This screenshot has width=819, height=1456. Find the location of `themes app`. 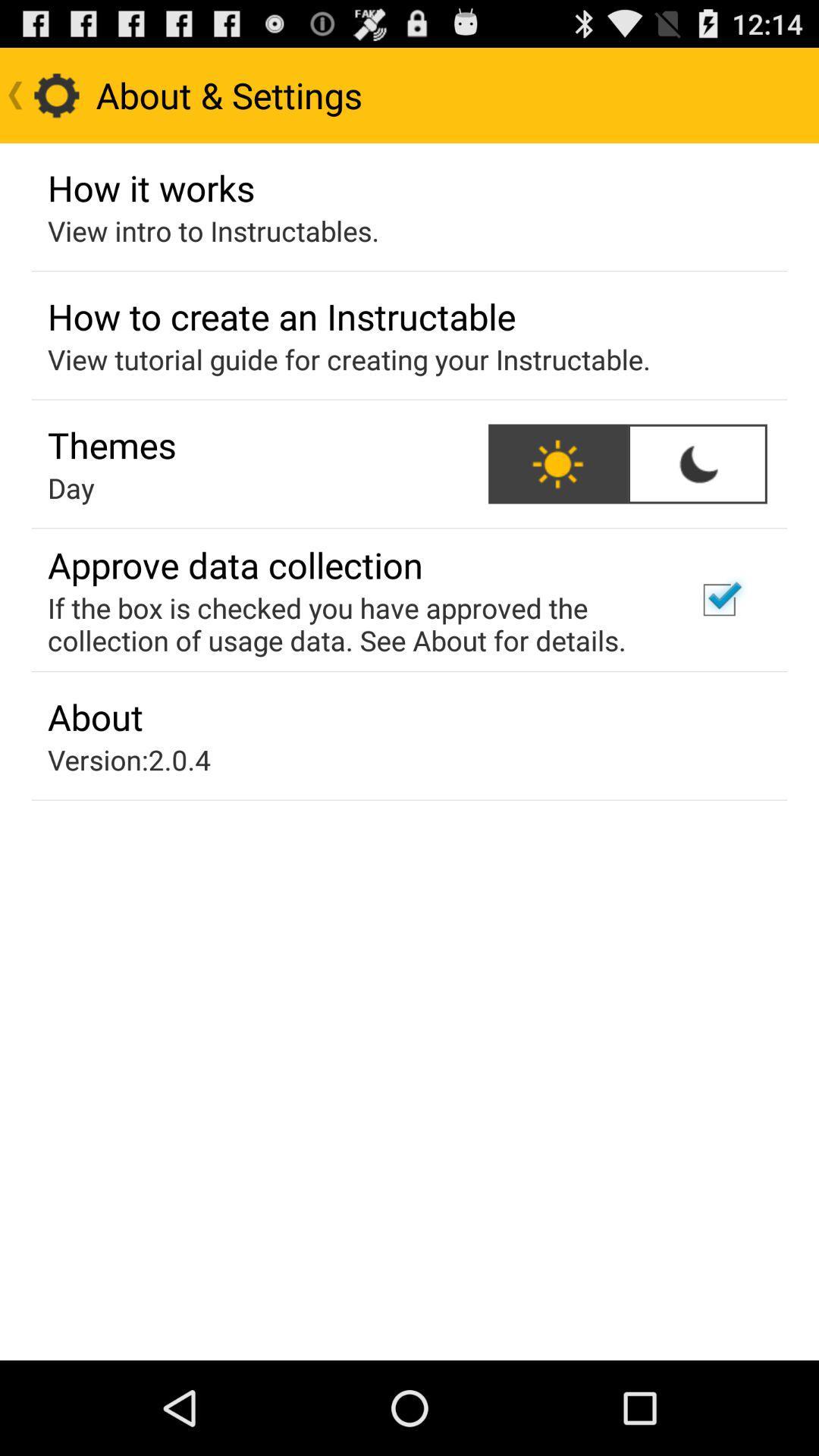

themes app is located at coordinates (111, 444).